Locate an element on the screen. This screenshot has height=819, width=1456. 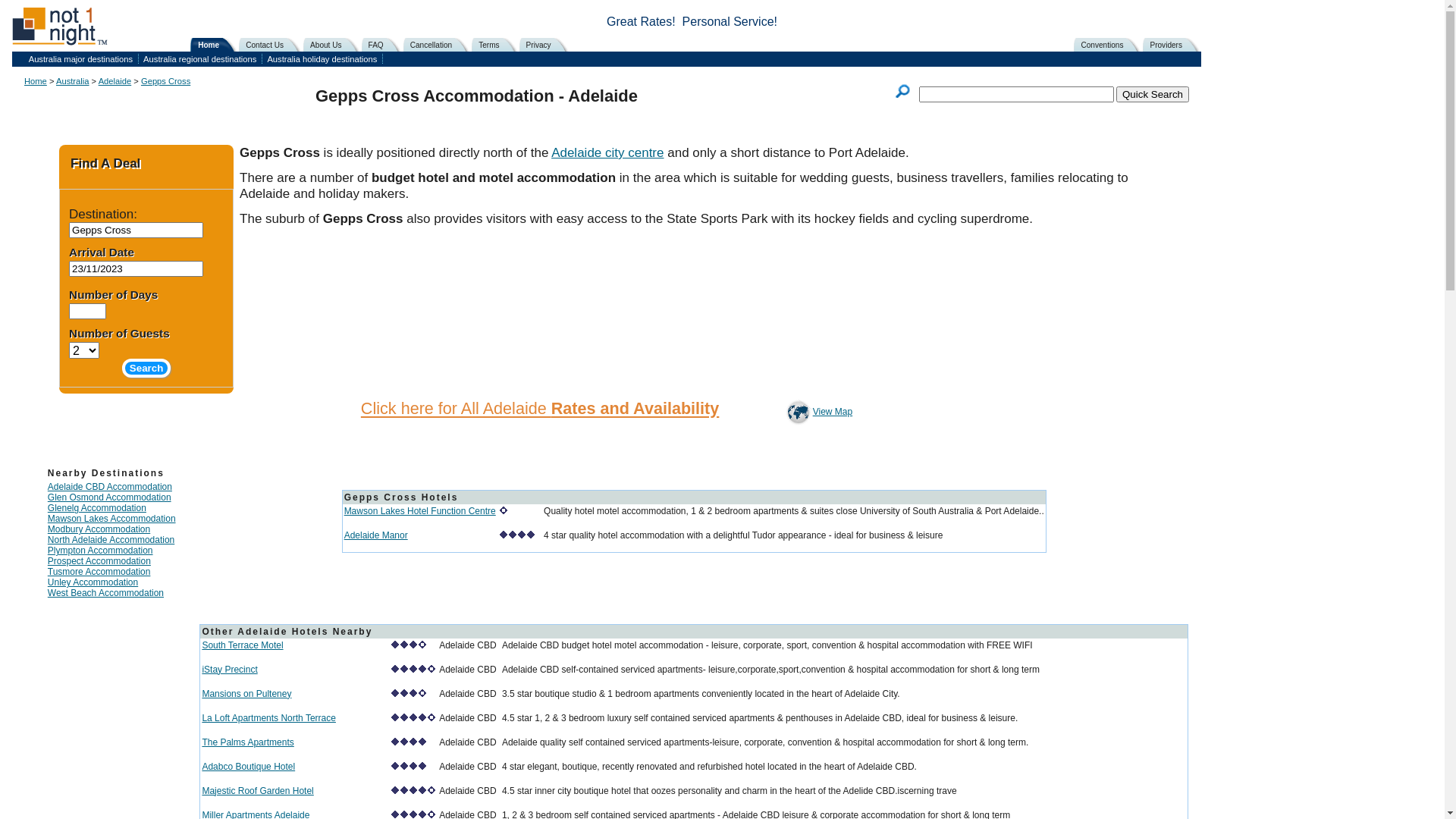
'Quick Search' is located at coordinates (1153, 94).